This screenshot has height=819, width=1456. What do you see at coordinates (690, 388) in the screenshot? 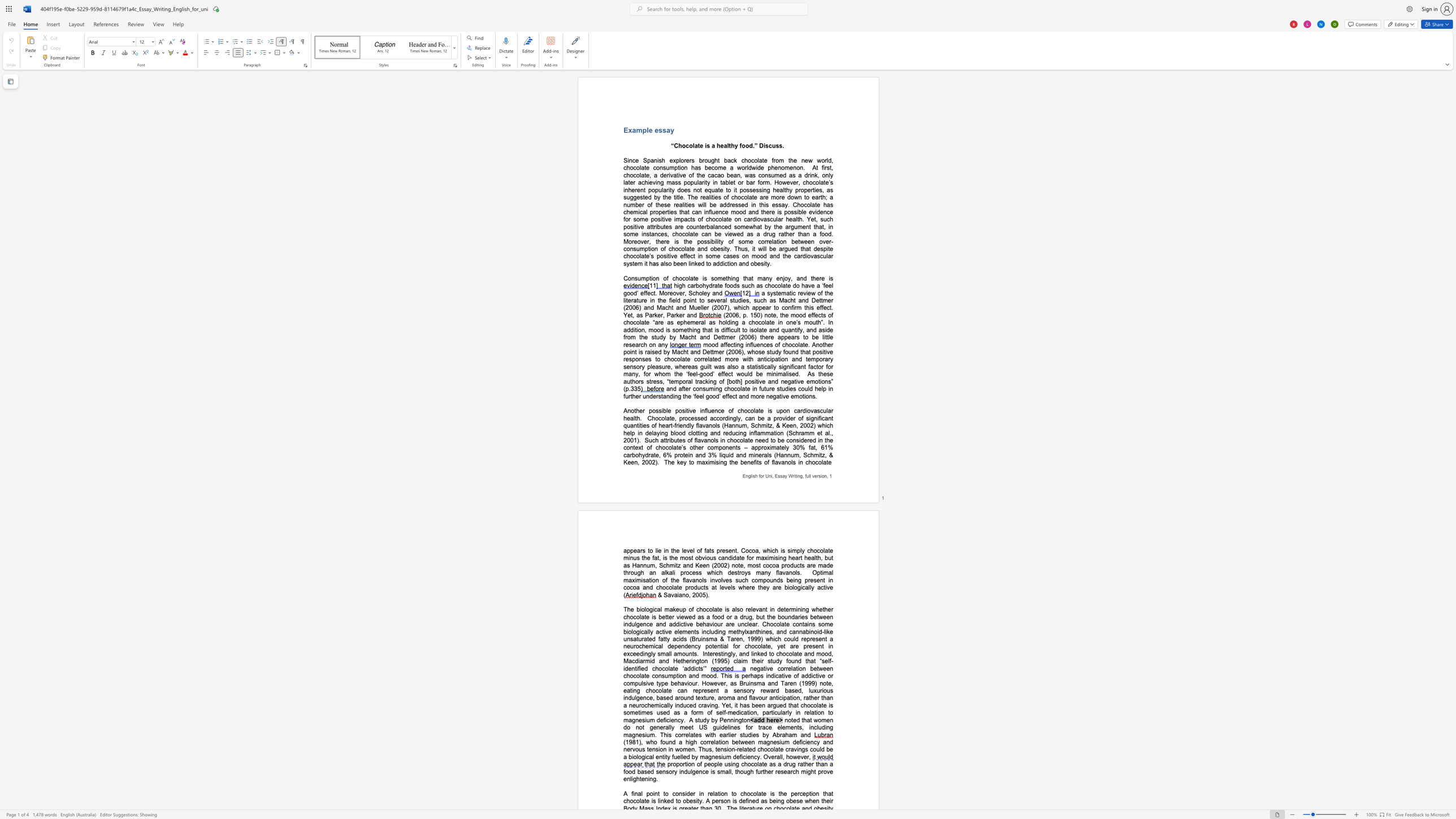
I see `the 1th character "r" in the text` at bounding box center [690, 388].